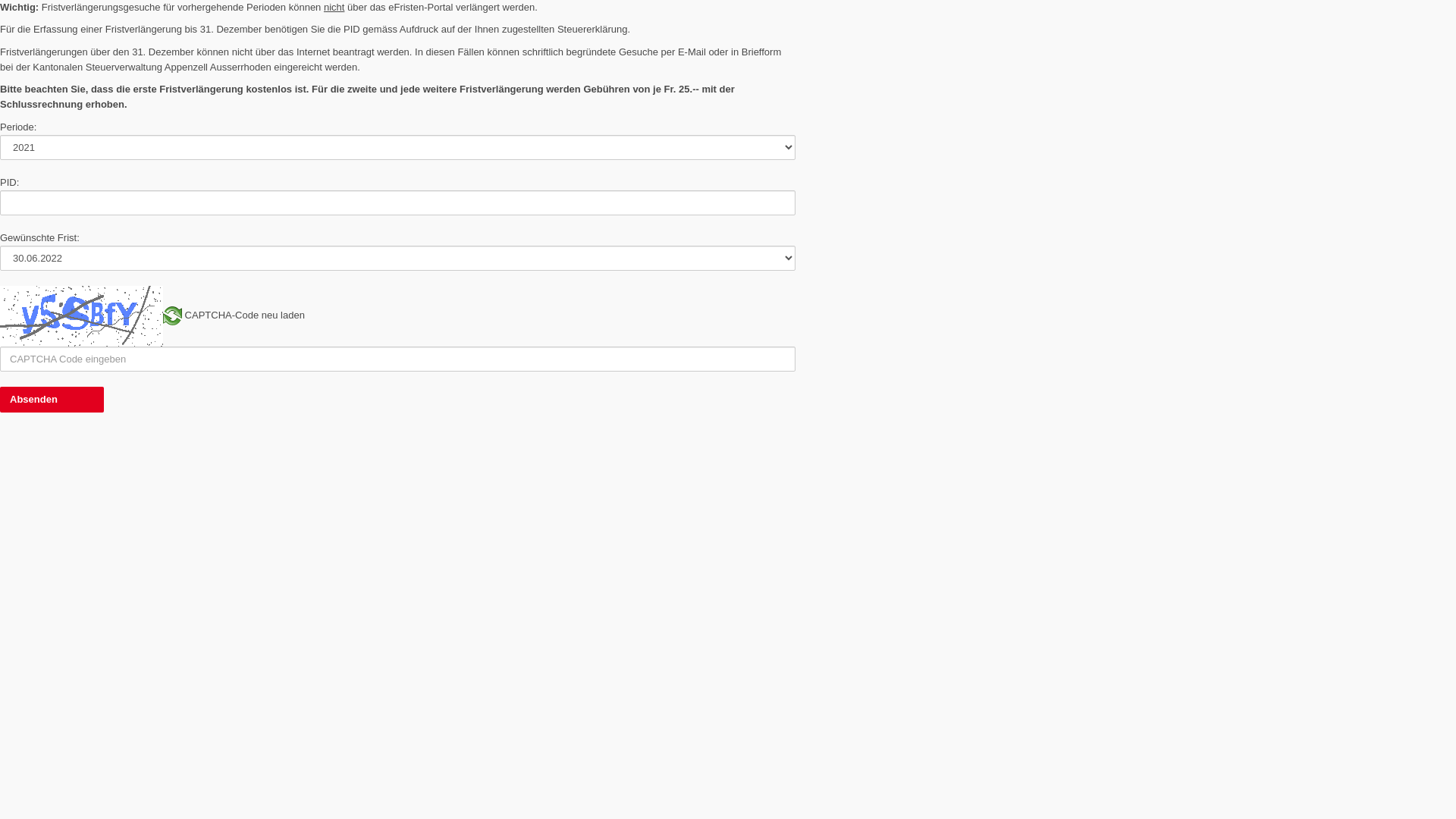  Describe the element at coordinates (52, 399) in the screenshot. I see `'Absenden'` at that location.